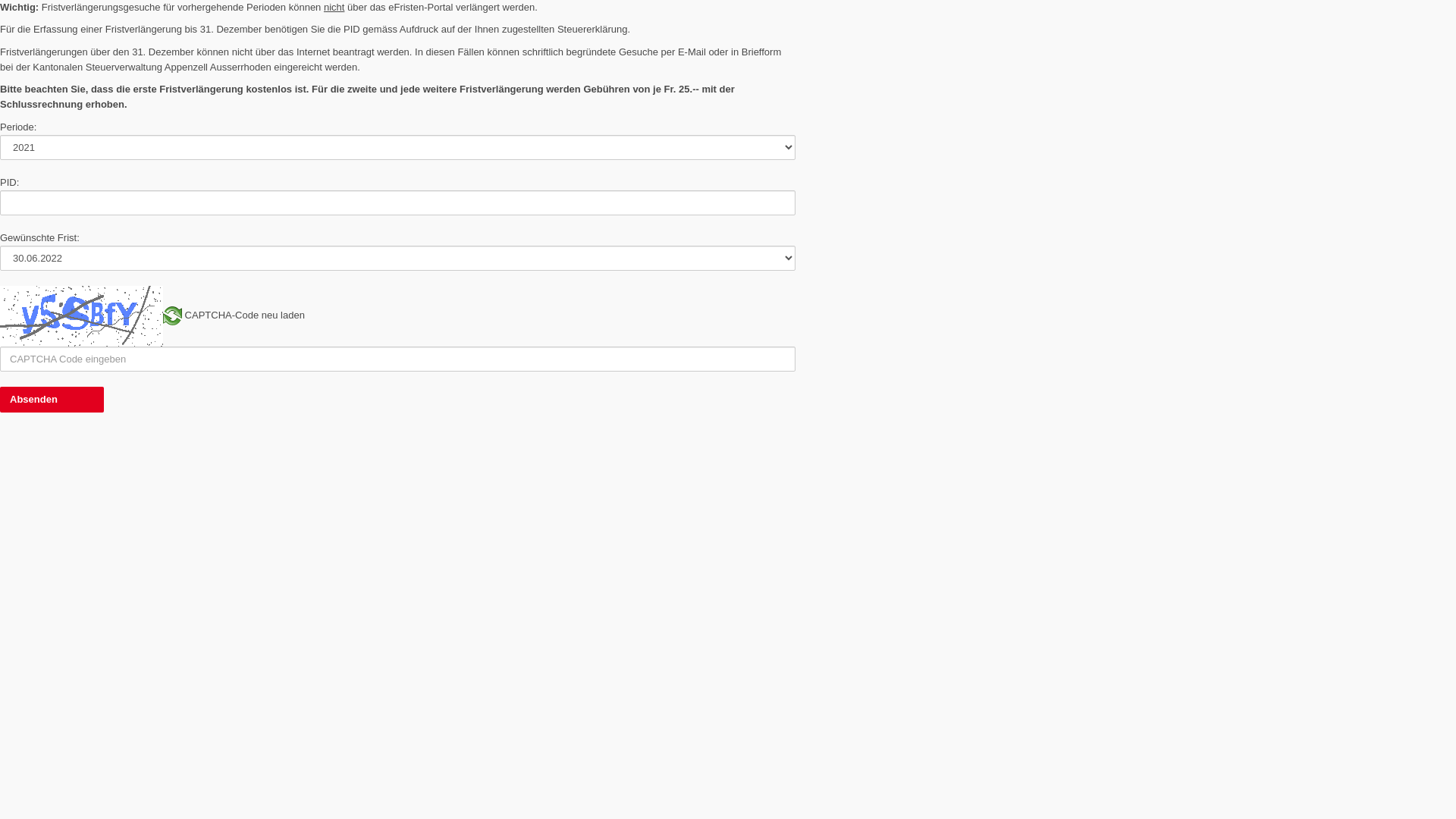  Describe the element at coordinates (52, 399) in the screenshot. I see `'Absenden'` at that location.